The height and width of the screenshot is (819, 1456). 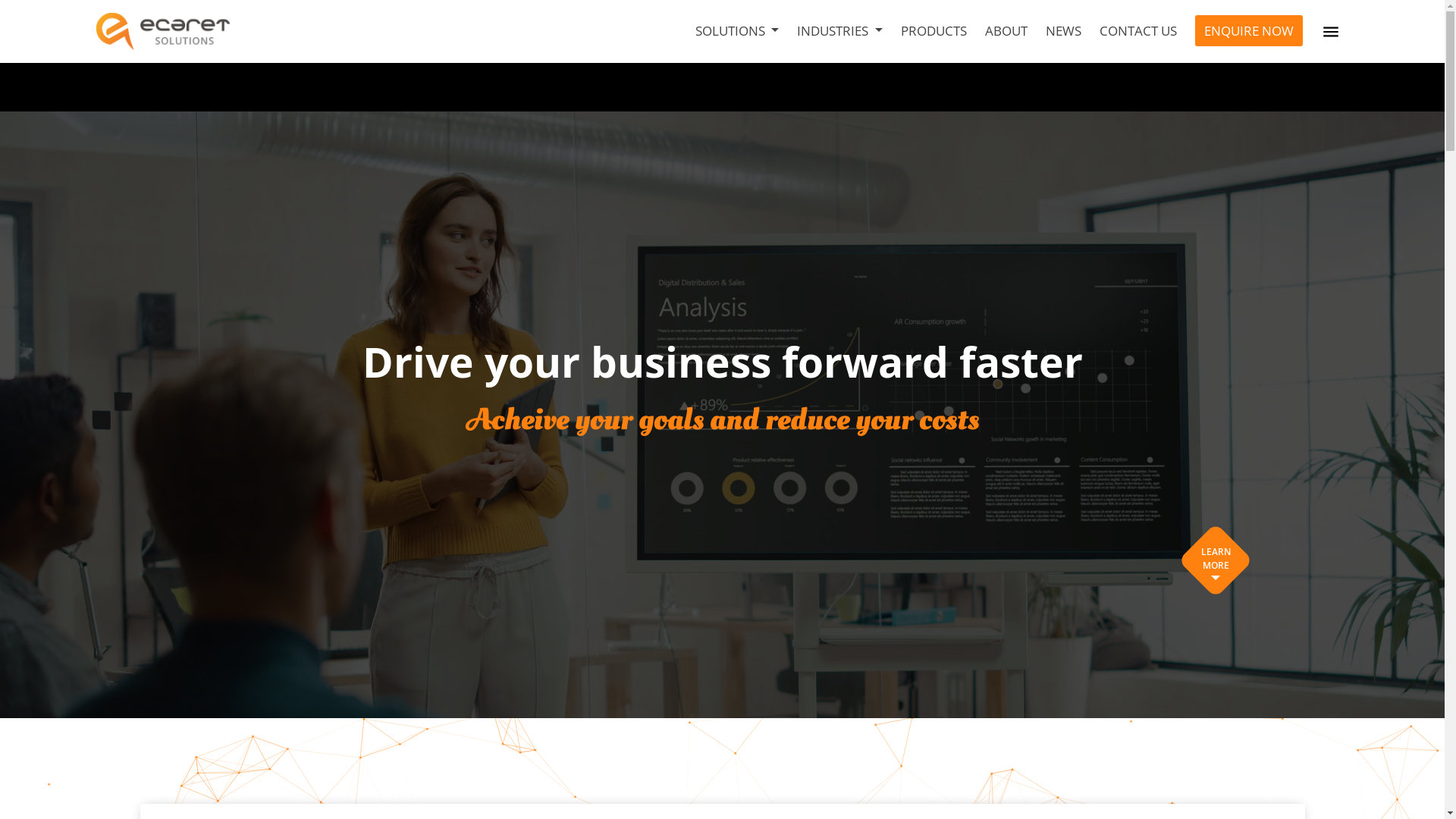 What do you see at coordinates (1138, 31) in the screenshot?
I see `'CONTACT US'` at bounding box center [1138, 31].